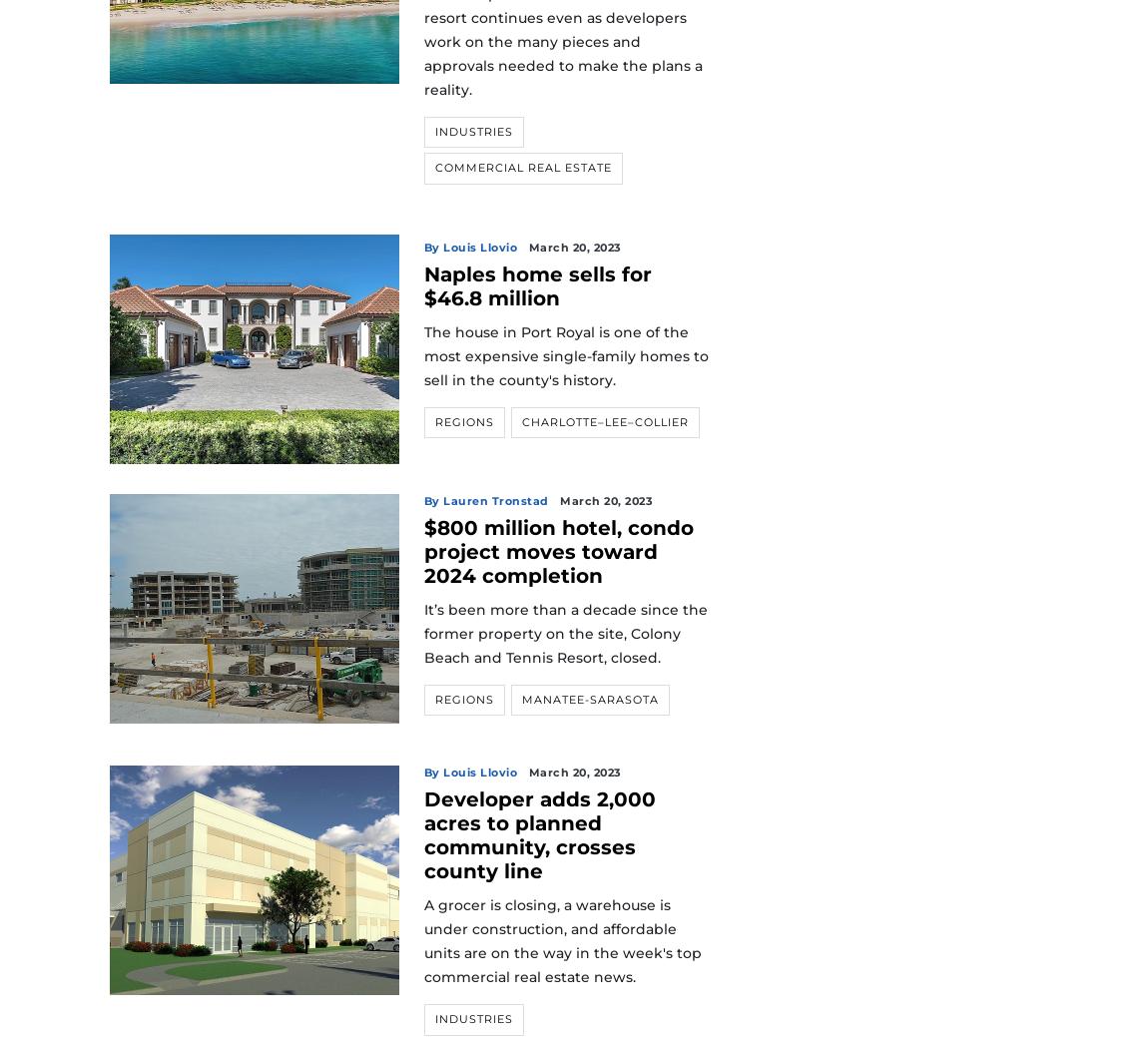 Image resolution: width=1148 pixels, height=1037 pixels. I want to click on 'Naples home sells for $46.8 million', so click(536, 285).